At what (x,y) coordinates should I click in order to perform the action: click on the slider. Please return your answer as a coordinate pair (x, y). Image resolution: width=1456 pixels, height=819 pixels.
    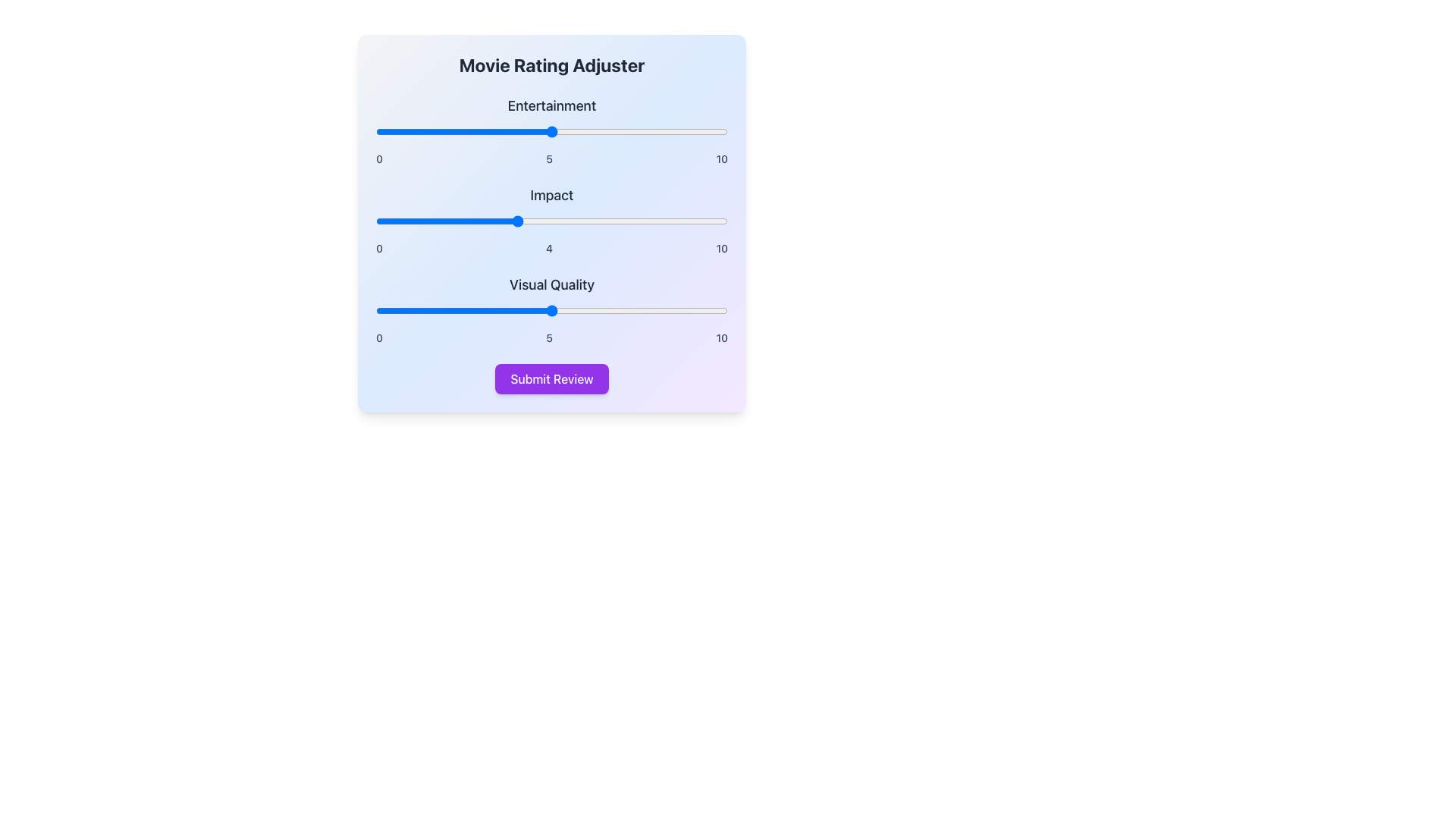
    Looking at the image, I should click on (586, 309).